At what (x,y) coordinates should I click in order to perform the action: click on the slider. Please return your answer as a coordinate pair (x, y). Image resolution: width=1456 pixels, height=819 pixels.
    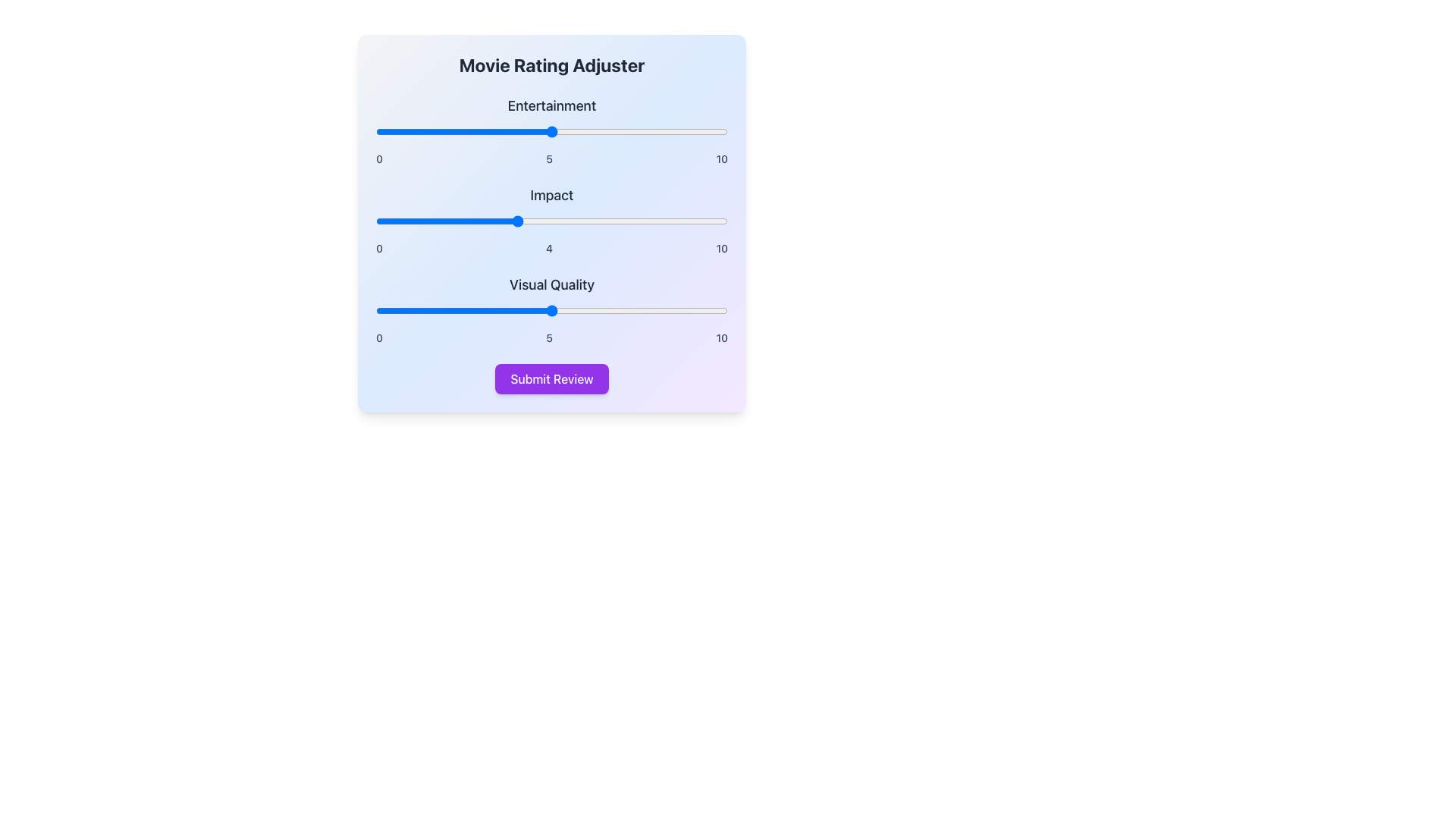
    Looking at the image, I should click on (586, 309).